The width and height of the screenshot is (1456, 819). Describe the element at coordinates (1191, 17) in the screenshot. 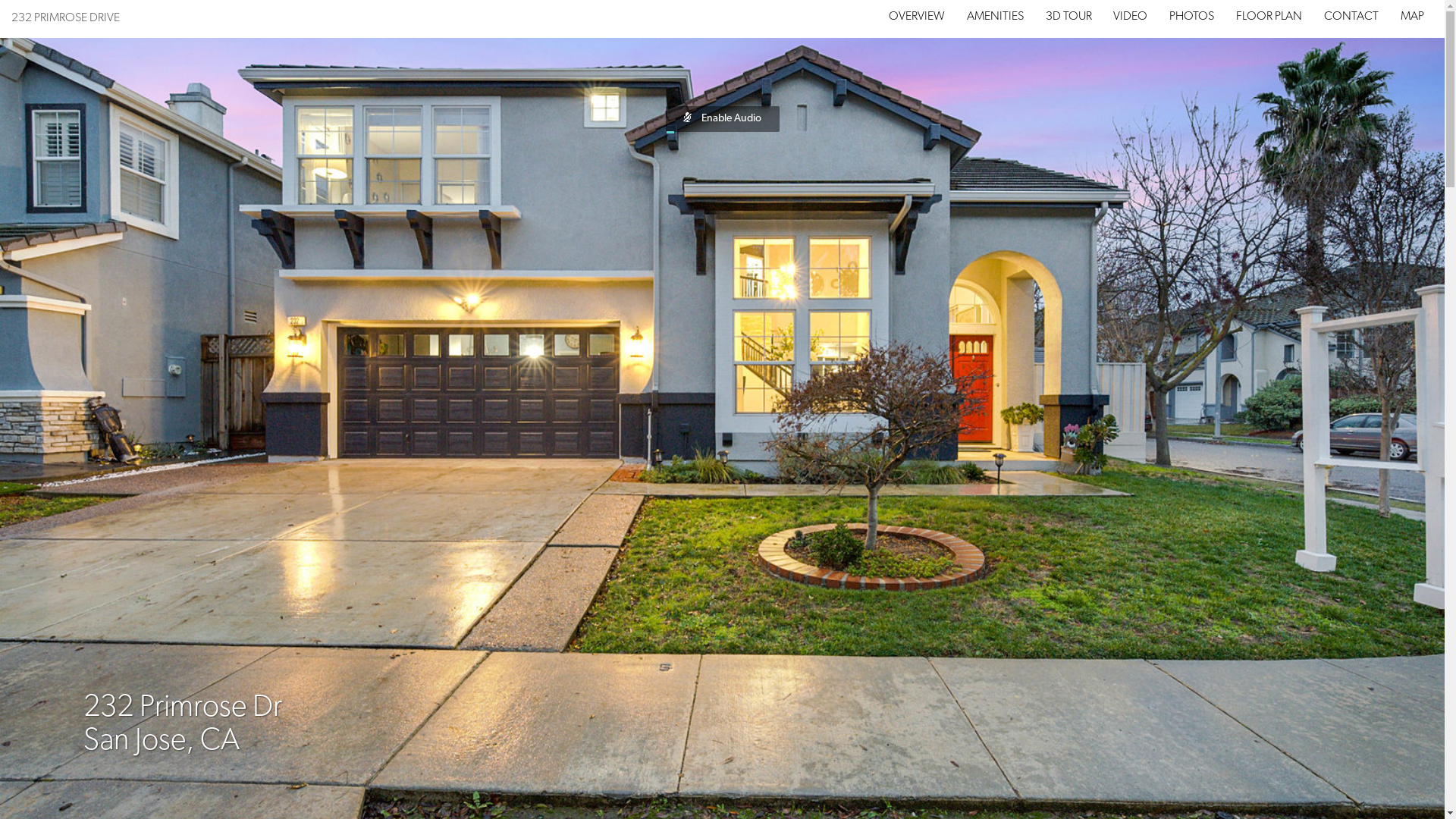

I see `'PHOTOS'` at that location.